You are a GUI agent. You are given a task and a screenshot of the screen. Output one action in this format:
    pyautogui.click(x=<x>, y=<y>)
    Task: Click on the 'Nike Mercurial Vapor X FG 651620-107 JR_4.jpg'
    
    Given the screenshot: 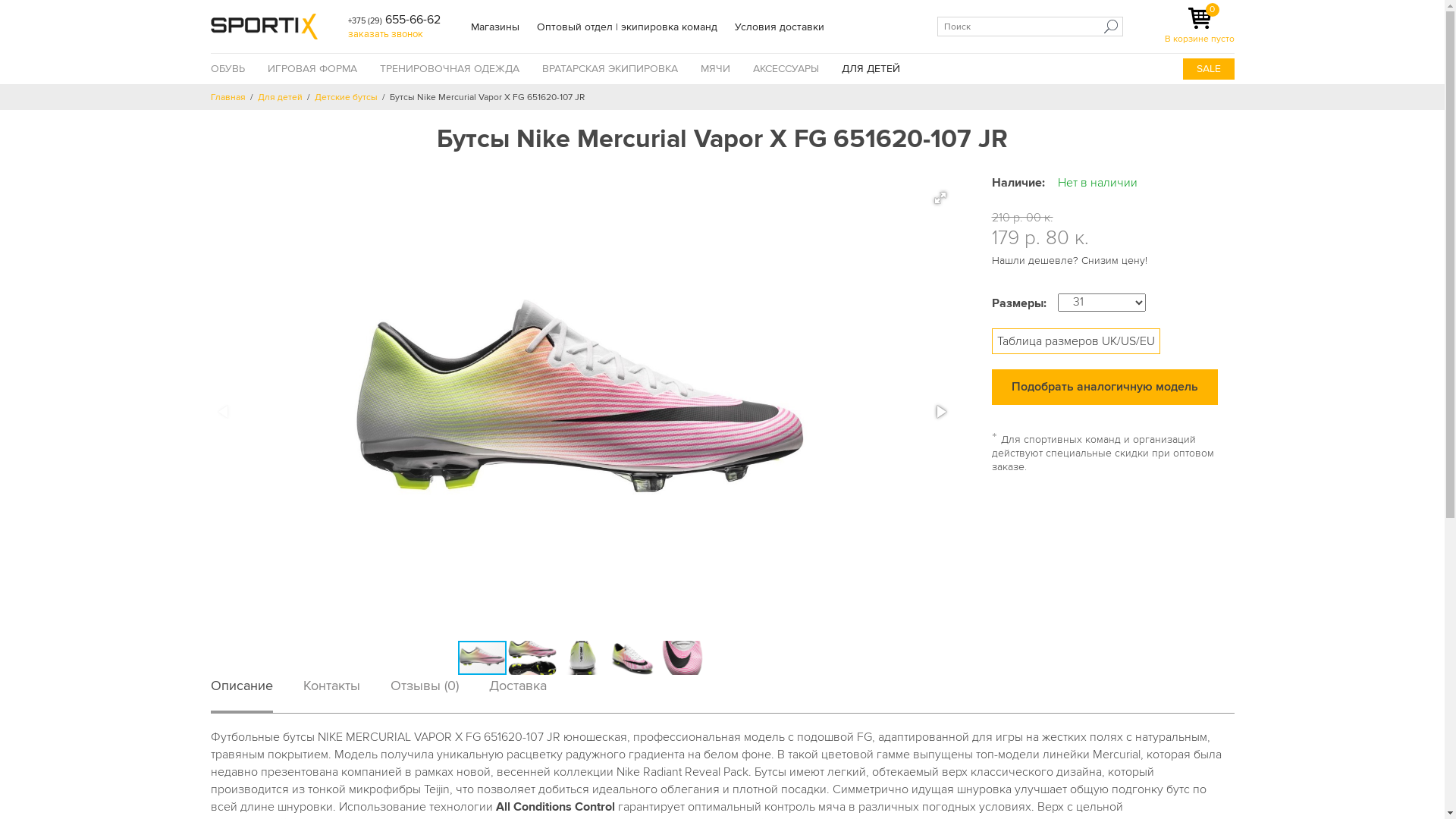 What is the action you would take?
    pyautogui.click(x=632, y=657)
    